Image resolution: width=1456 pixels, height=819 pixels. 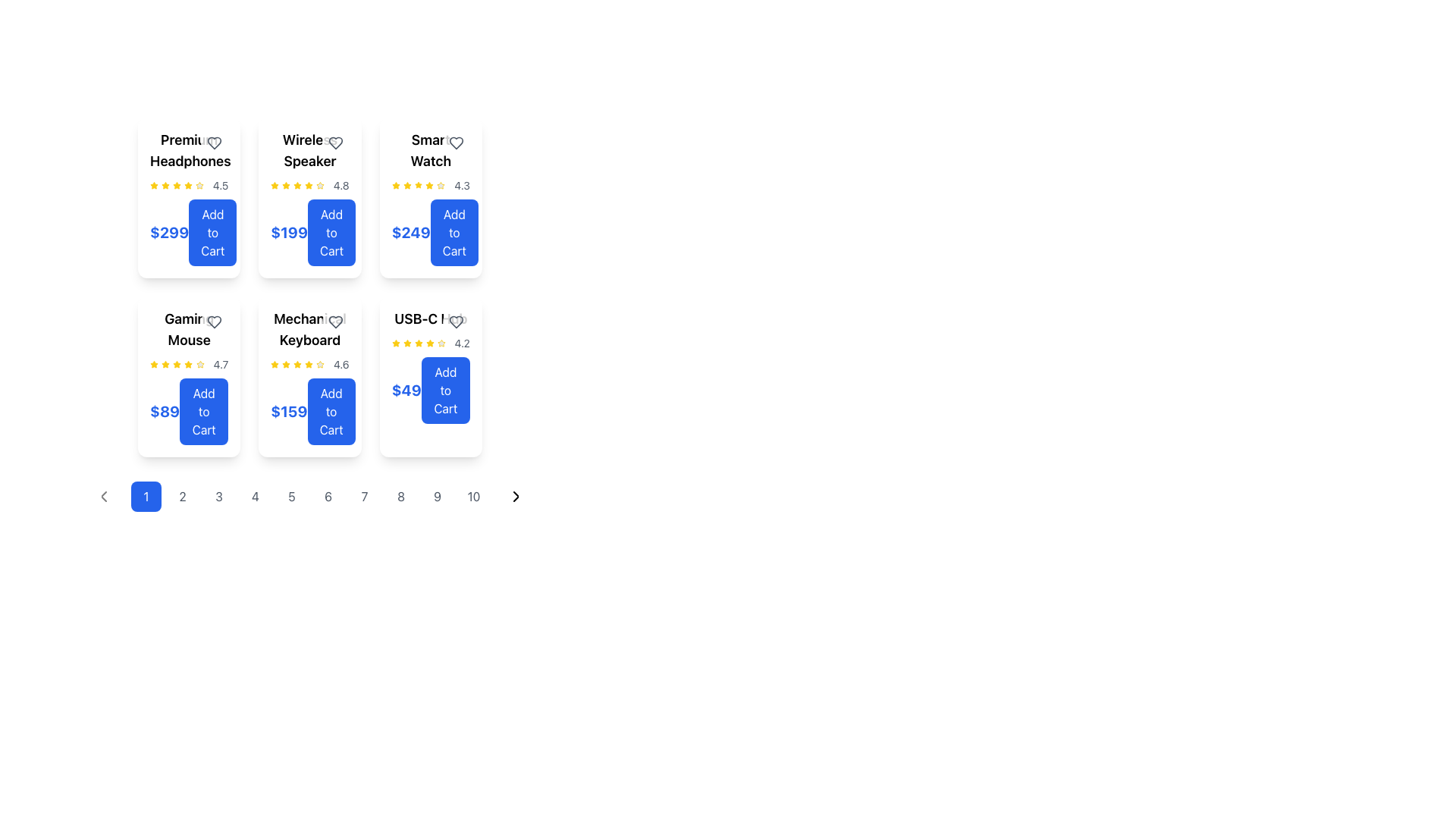 I want to click on the fourth star in the five-star rating system for the product 'Gaming Mouse' to rate it, so click(x=199, y=364).